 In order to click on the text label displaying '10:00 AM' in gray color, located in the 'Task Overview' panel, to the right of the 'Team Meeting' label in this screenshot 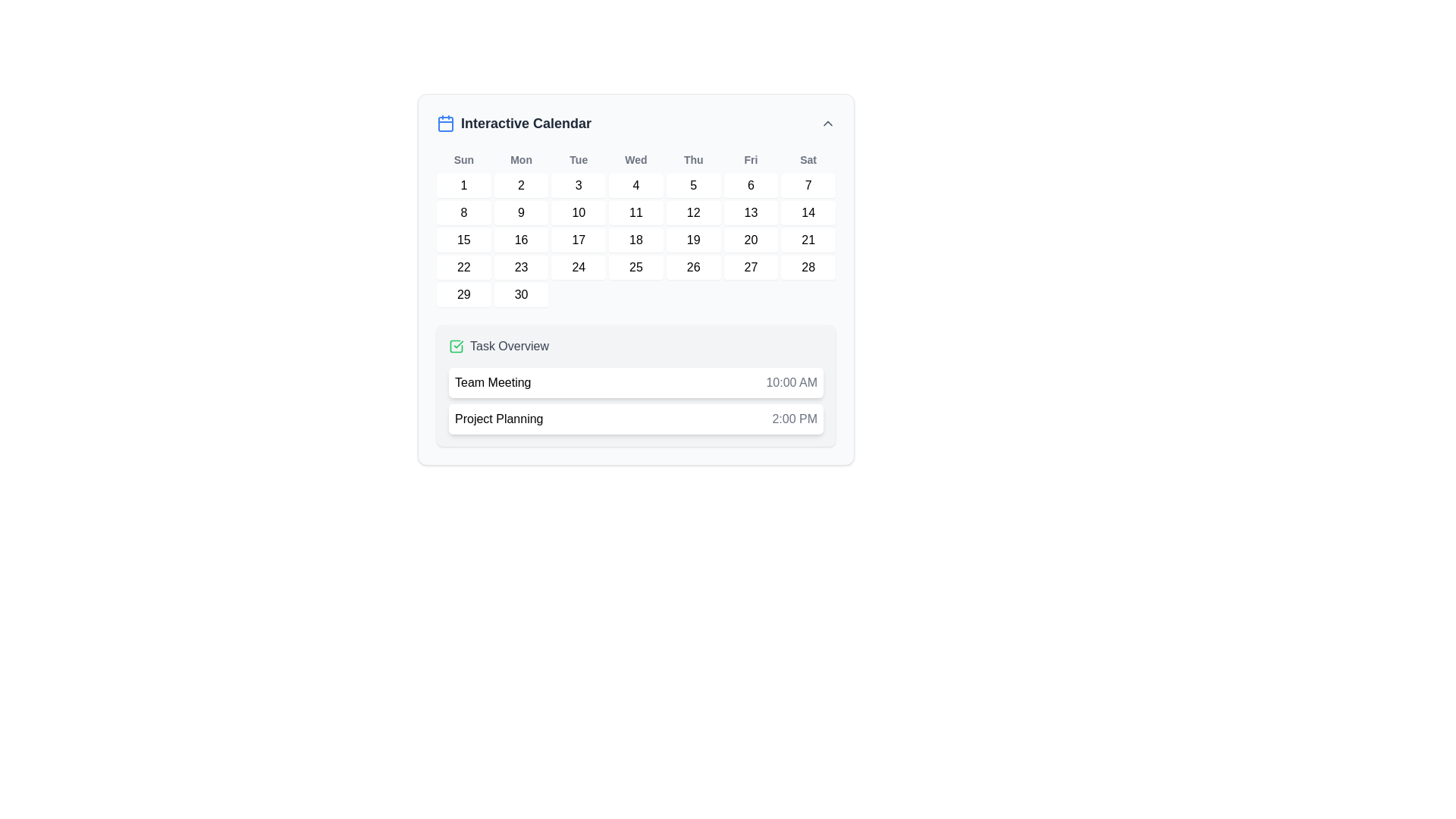, I will do `click(791, 382)`.